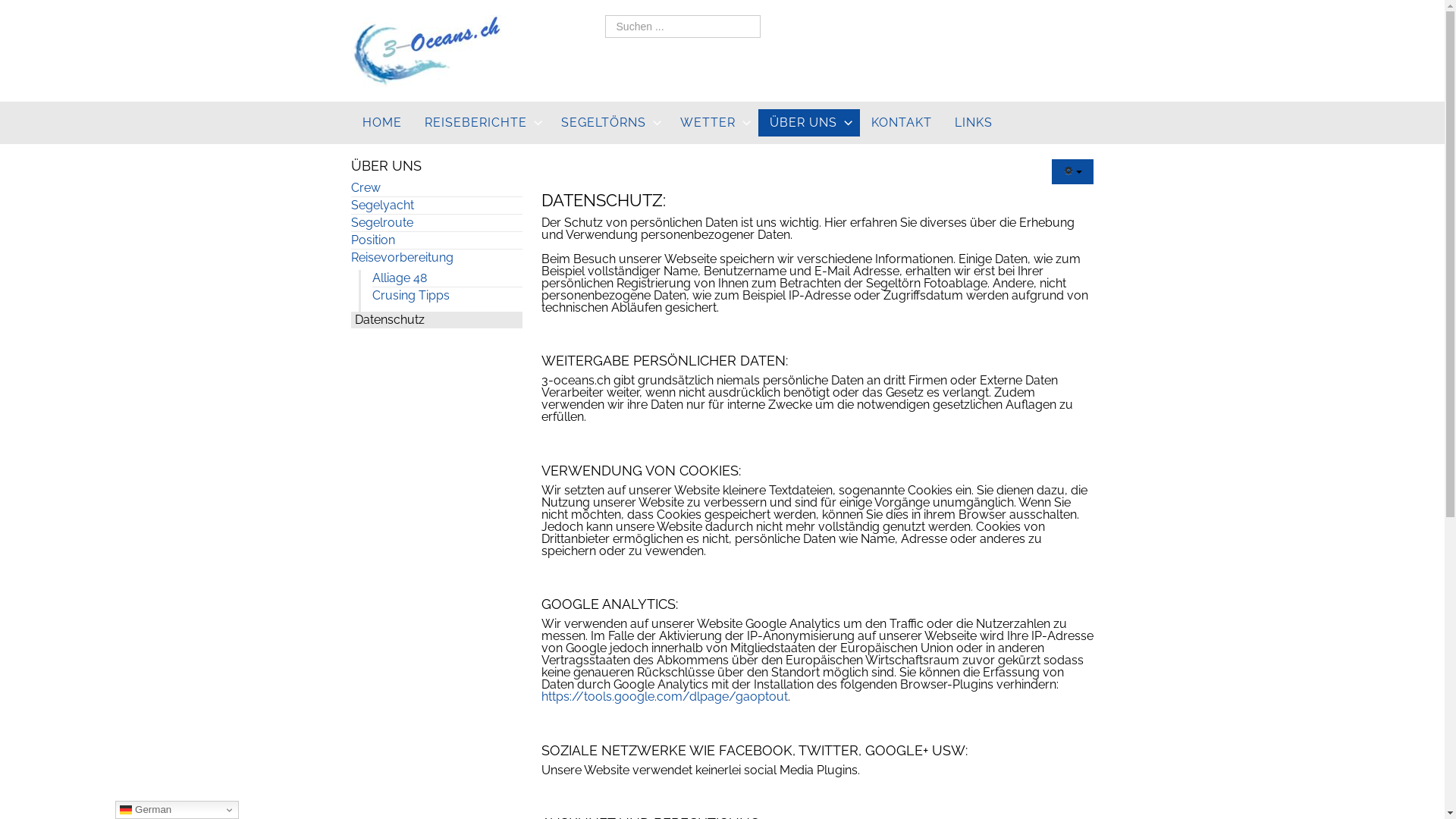 This screenshot has height=819, width=1456. What do you see at coordinates (973, 122) in the screenshot?
I see `'LINKS'` at bounding box center [973, 122].